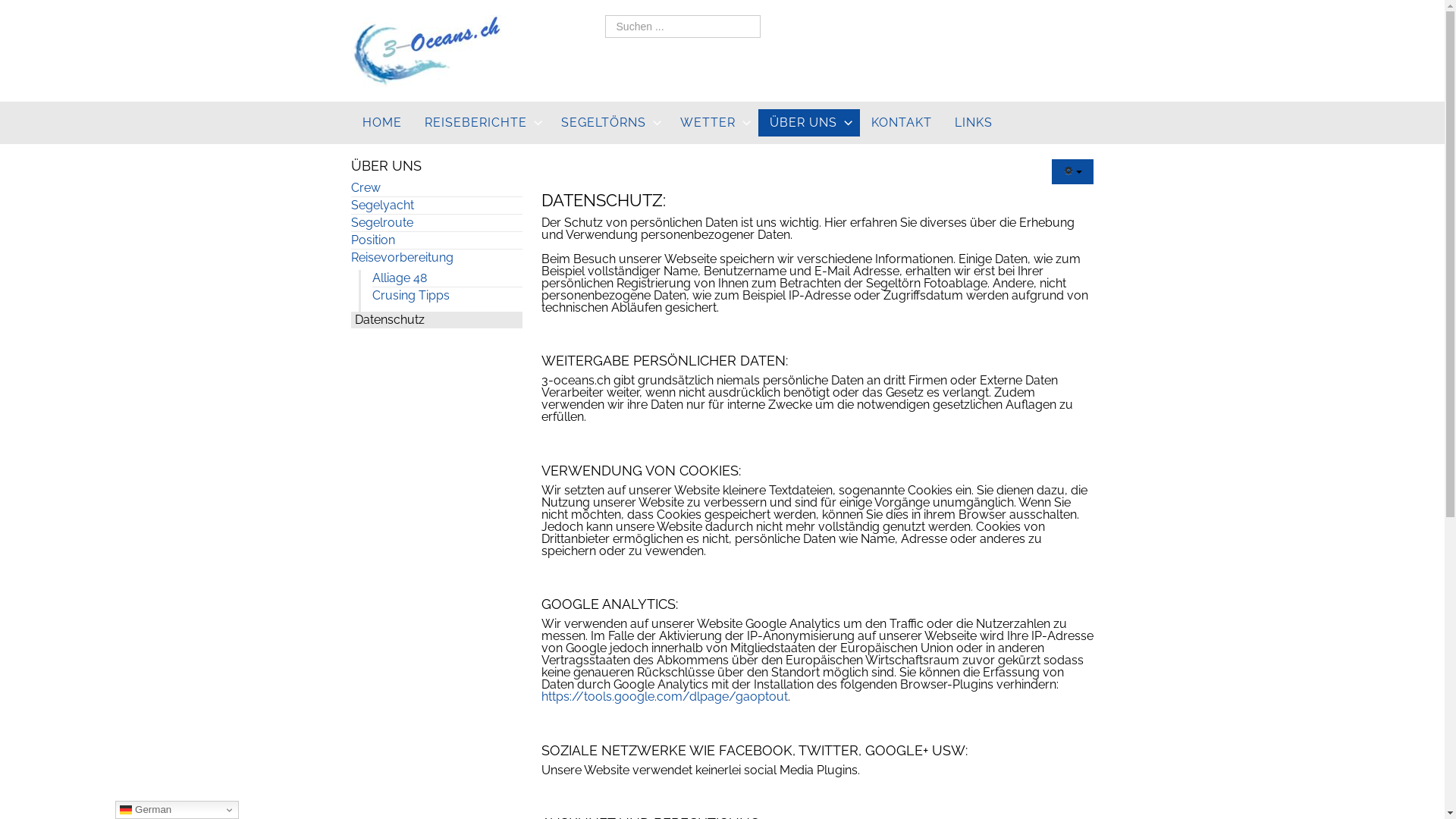 This screenshot has height=819, width=1456. What do you see at coordinates (973, 122) in the screenshot?
I see `'LINKS'` at bounding box center [973, 122].